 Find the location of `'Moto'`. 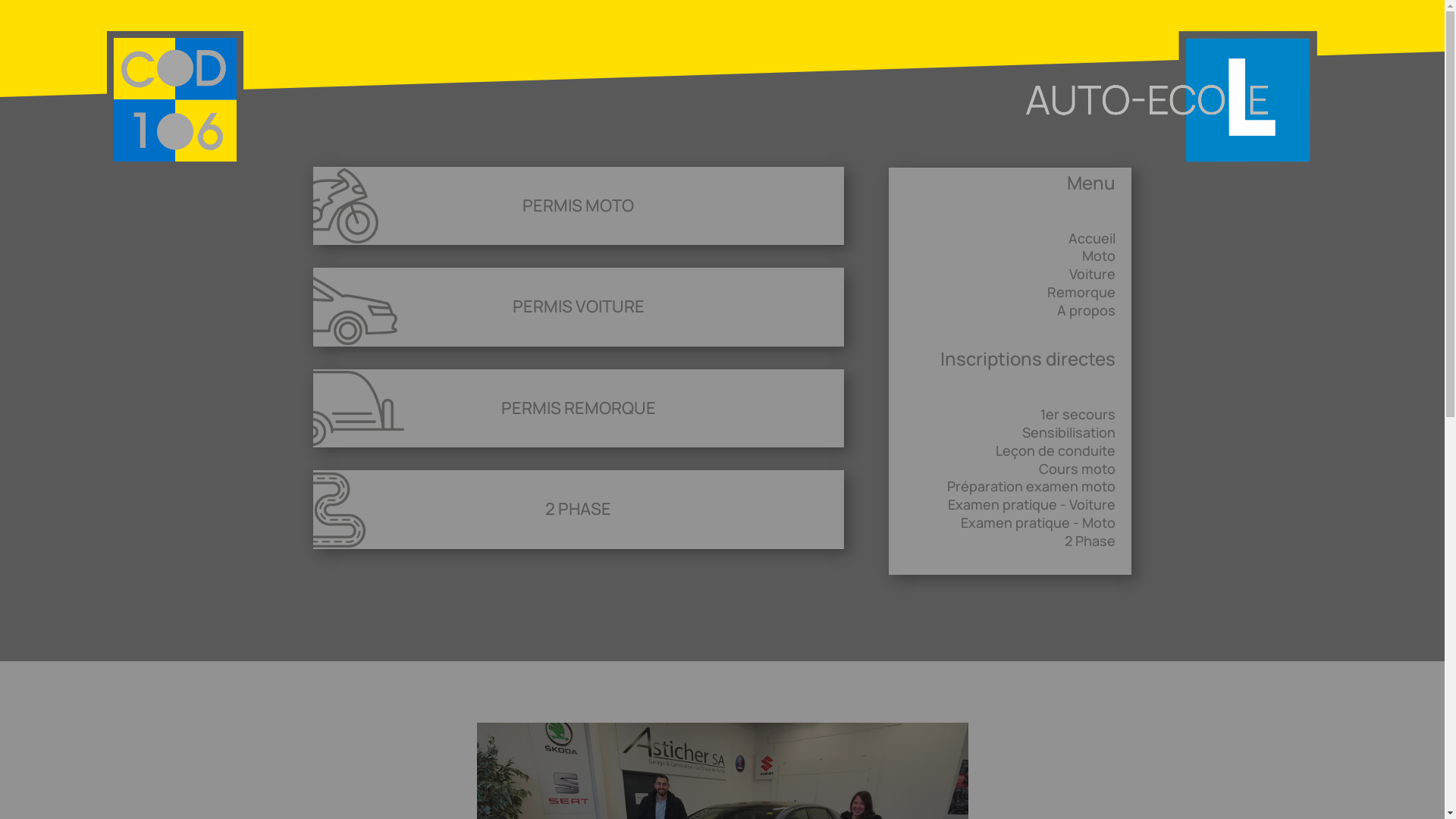

'Moto' is located at coordinates (1081, 254).